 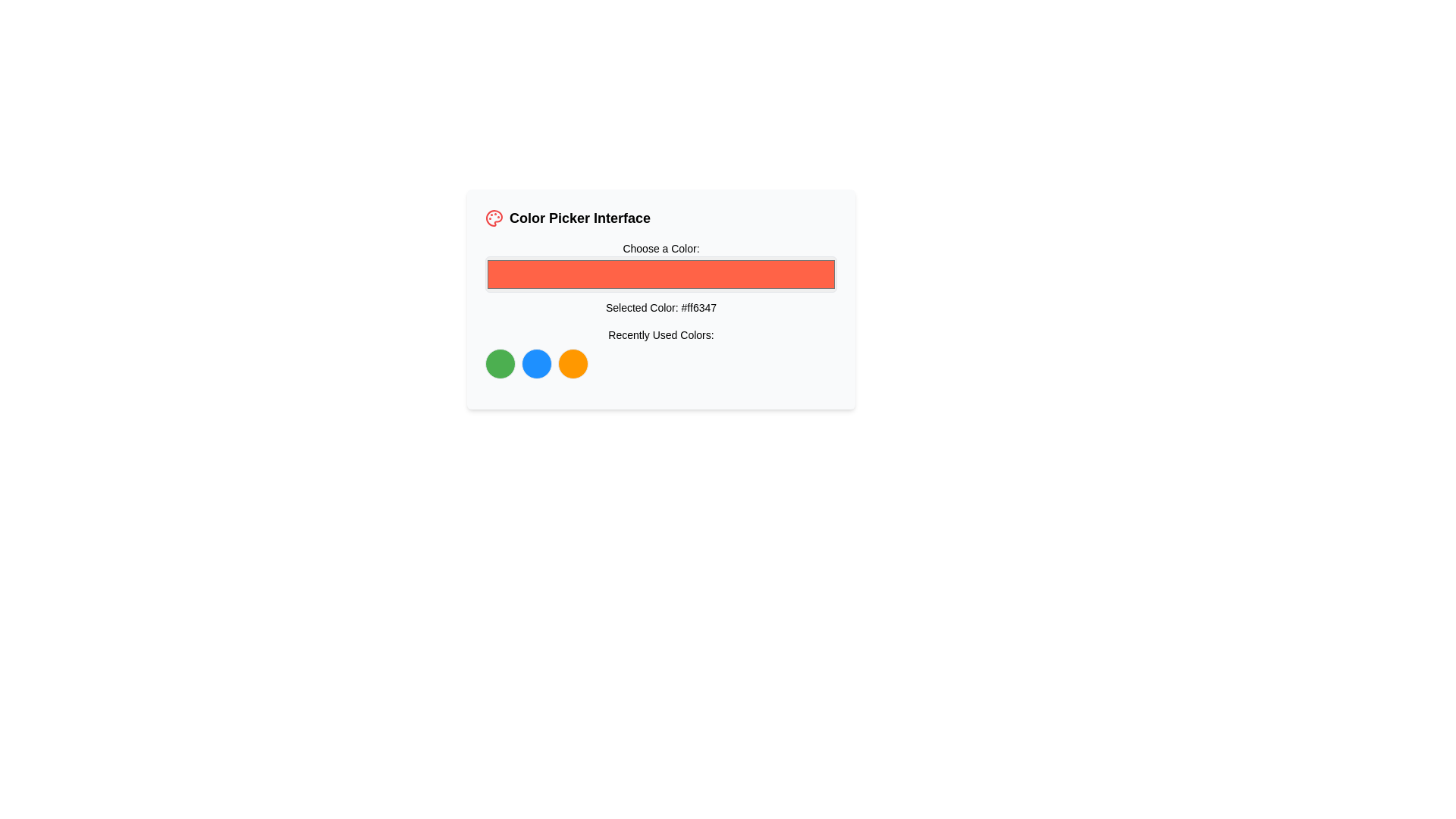 I want to click on the vibrant orange circular button, the rightmost element in the row of three, so click(x=572, y=363).